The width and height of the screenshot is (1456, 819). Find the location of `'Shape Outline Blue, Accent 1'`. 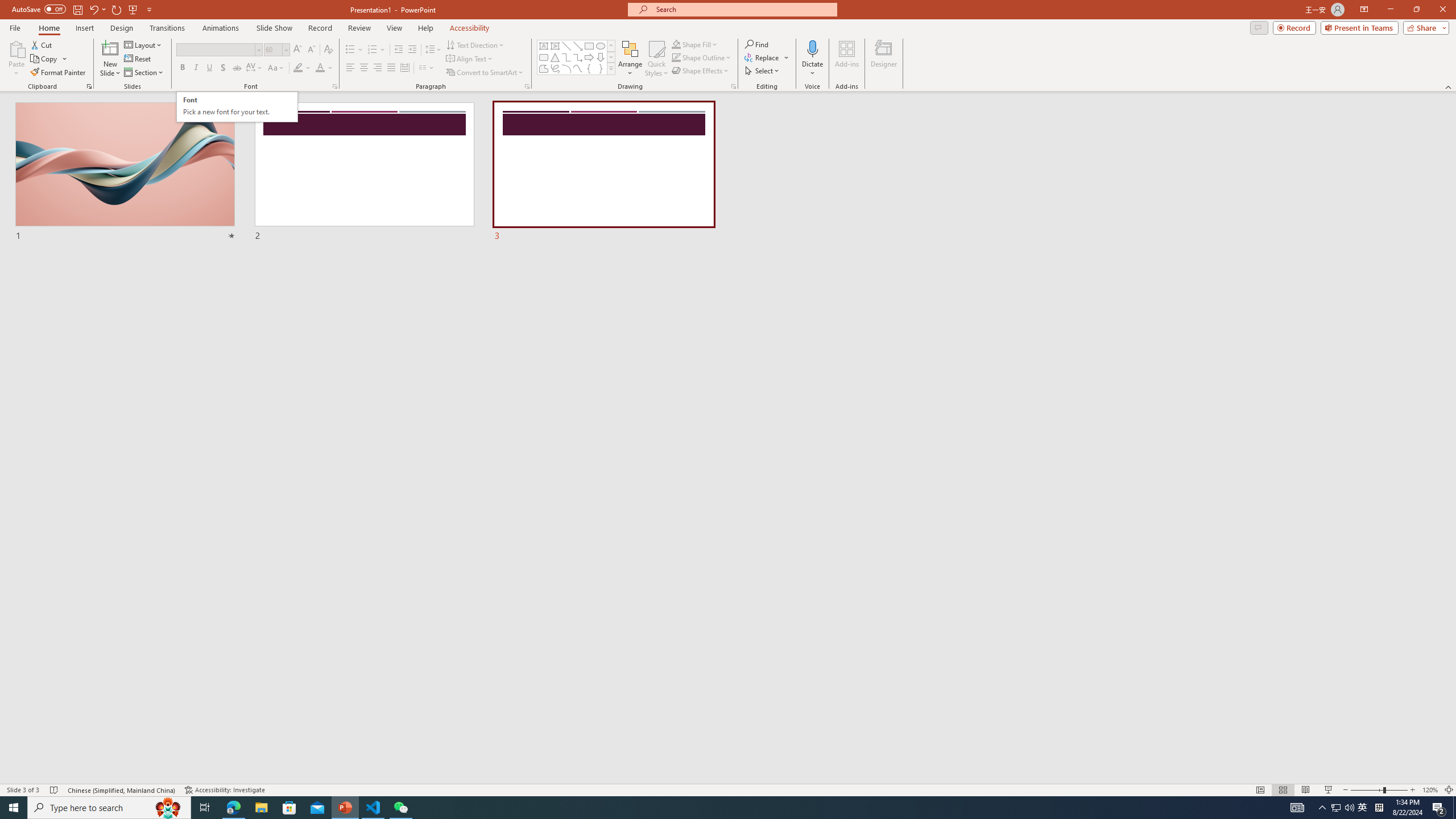

'Shape Outline Blue, Accent 1' is located at coordinates (676, 56).